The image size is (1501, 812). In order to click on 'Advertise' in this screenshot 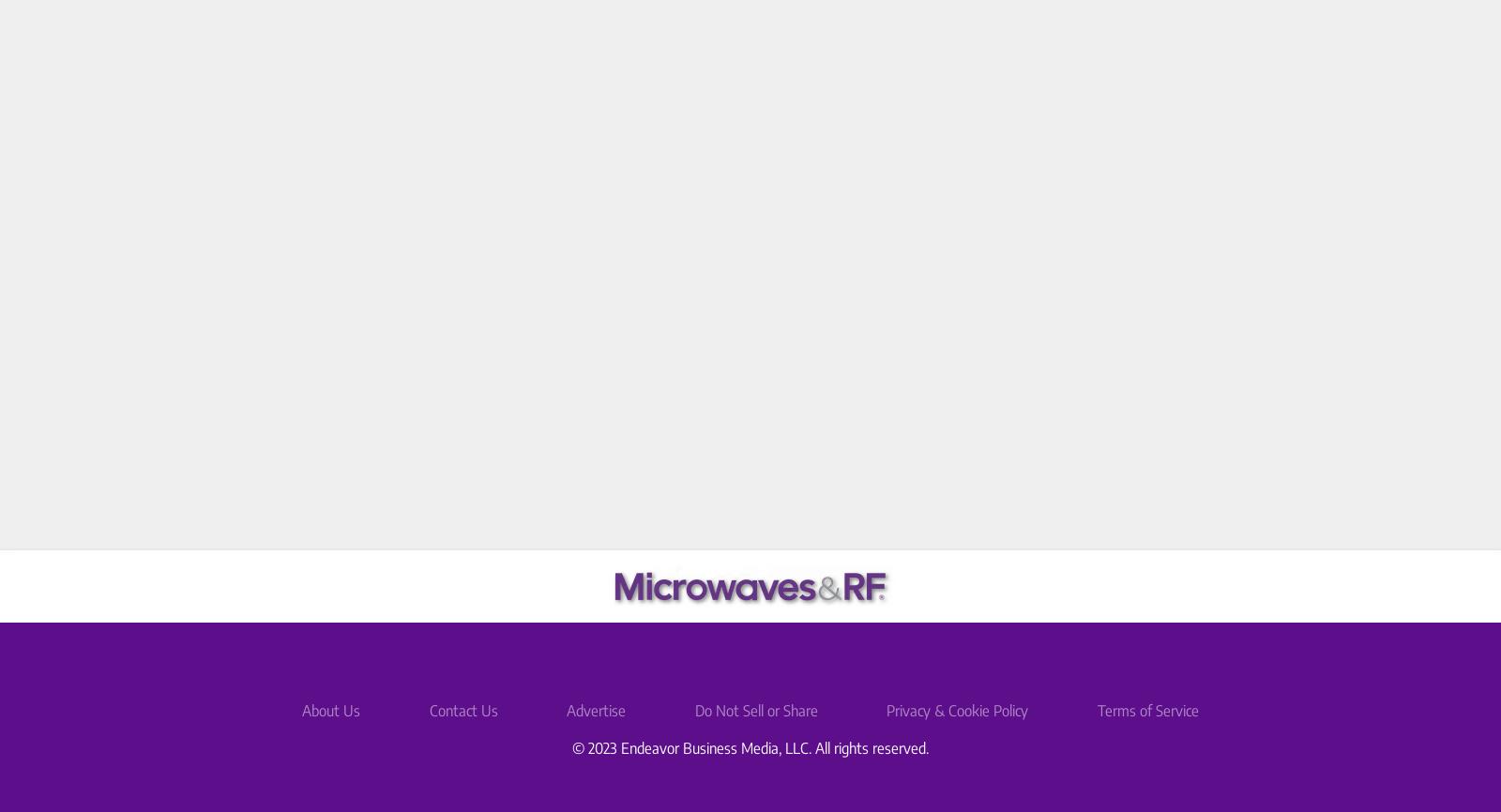, I will do `click(596, 708)`.